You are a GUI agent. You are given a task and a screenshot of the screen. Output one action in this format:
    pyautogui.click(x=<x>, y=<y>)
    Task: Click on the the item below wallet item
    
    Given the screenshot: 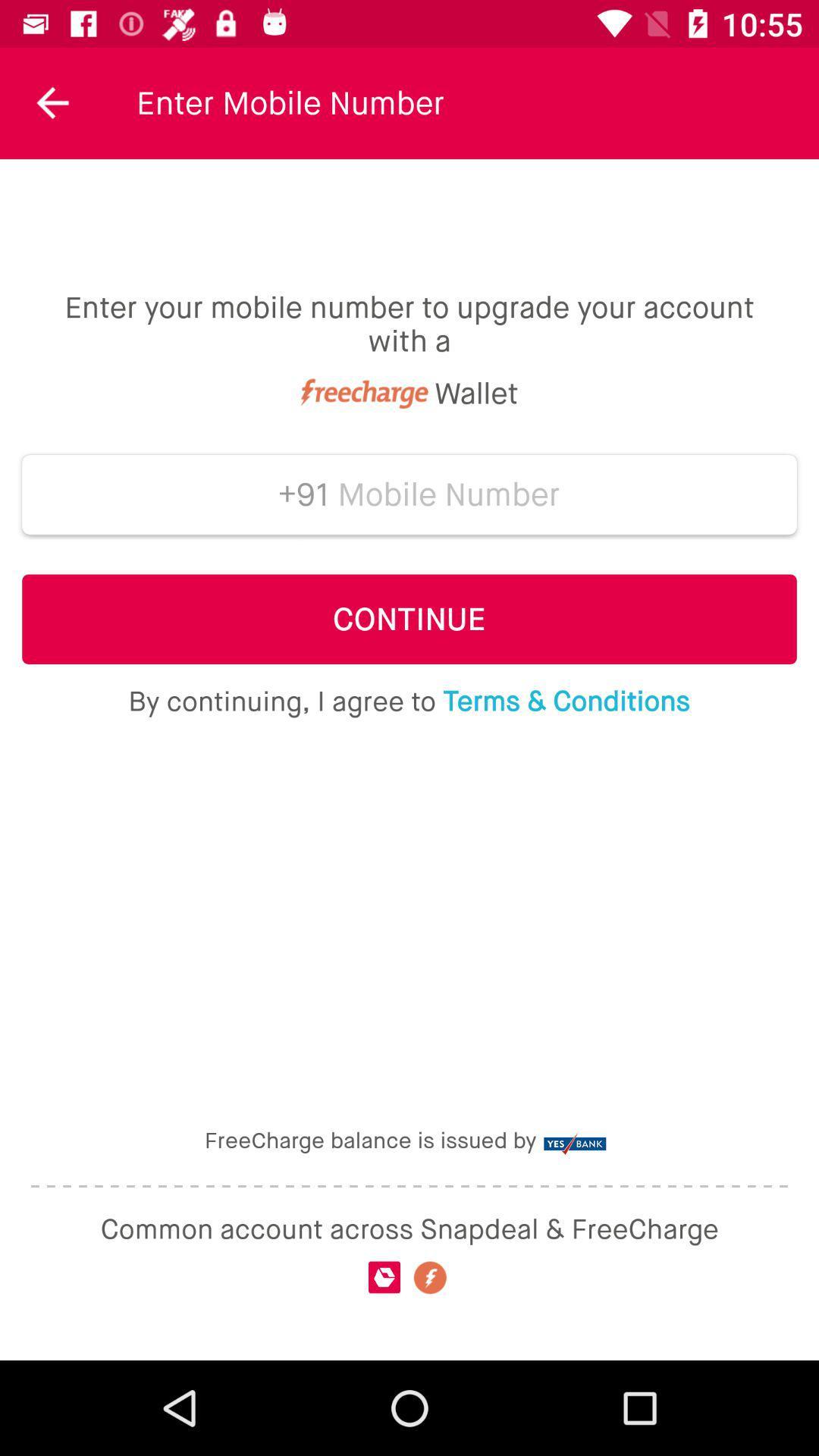 What is the action you would take?
    pyautogui.click(x=298, y=494)
    